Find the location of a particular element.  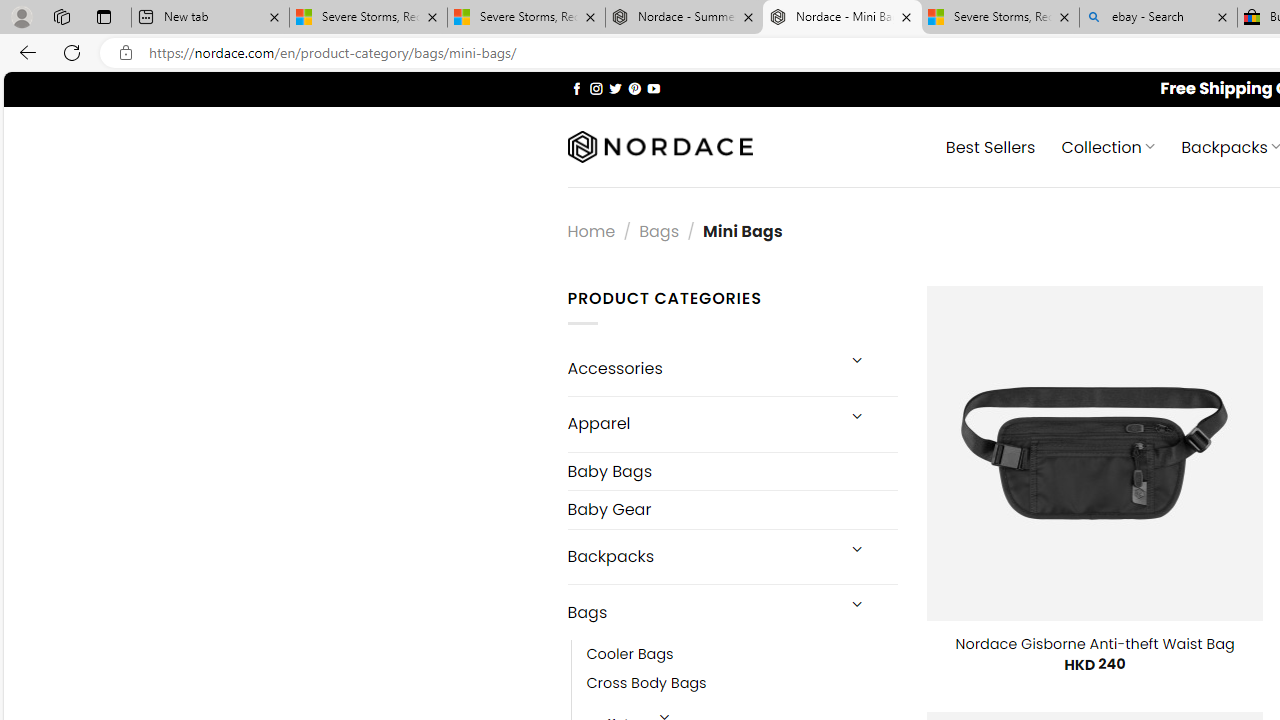

'Cross Body Bags' is located at coordinates (646, 683).